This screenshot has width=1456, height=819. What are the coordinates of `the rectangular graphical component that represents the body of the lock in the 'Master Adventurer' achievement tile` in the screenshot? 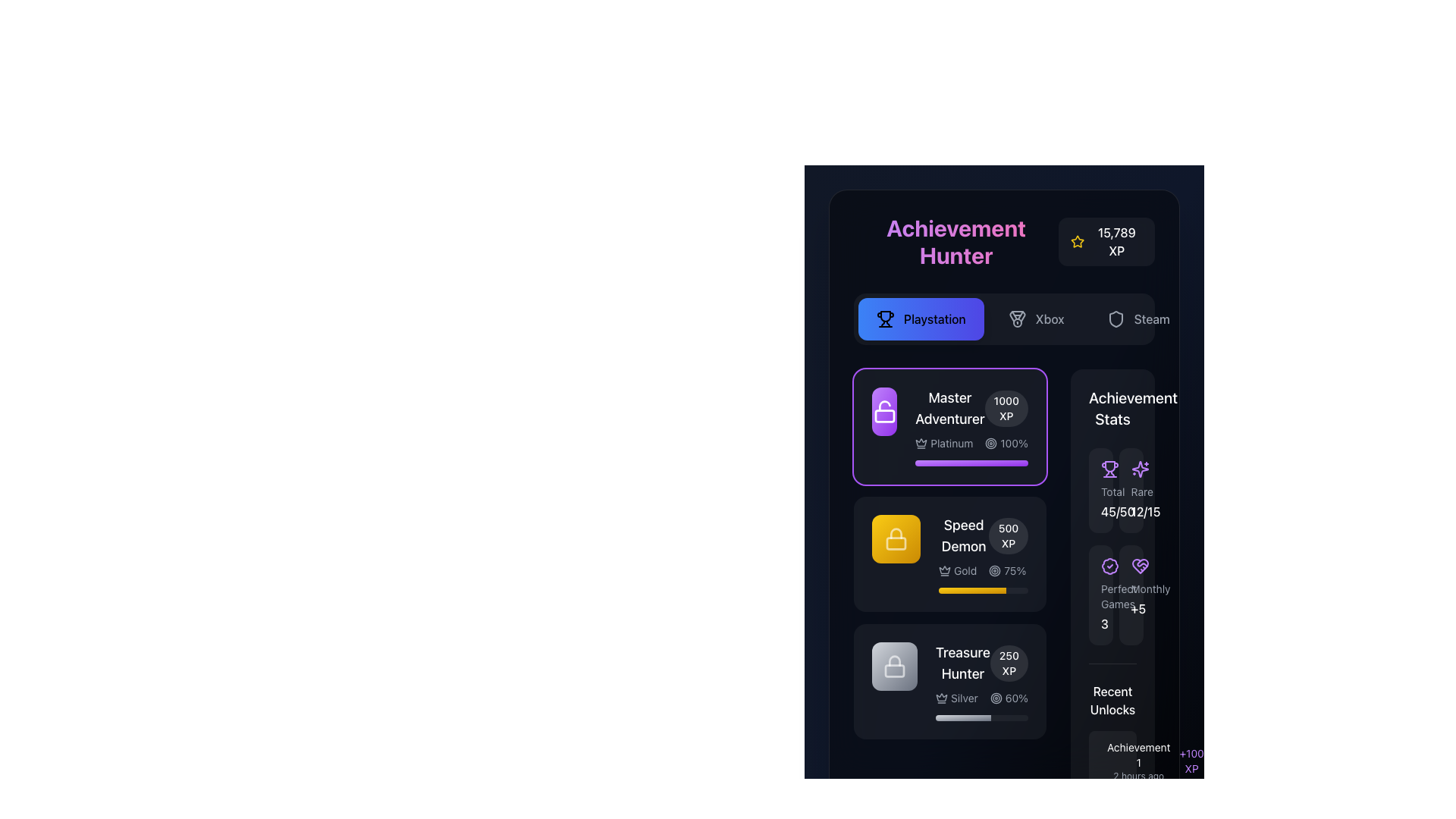 It's located at (896, 543).